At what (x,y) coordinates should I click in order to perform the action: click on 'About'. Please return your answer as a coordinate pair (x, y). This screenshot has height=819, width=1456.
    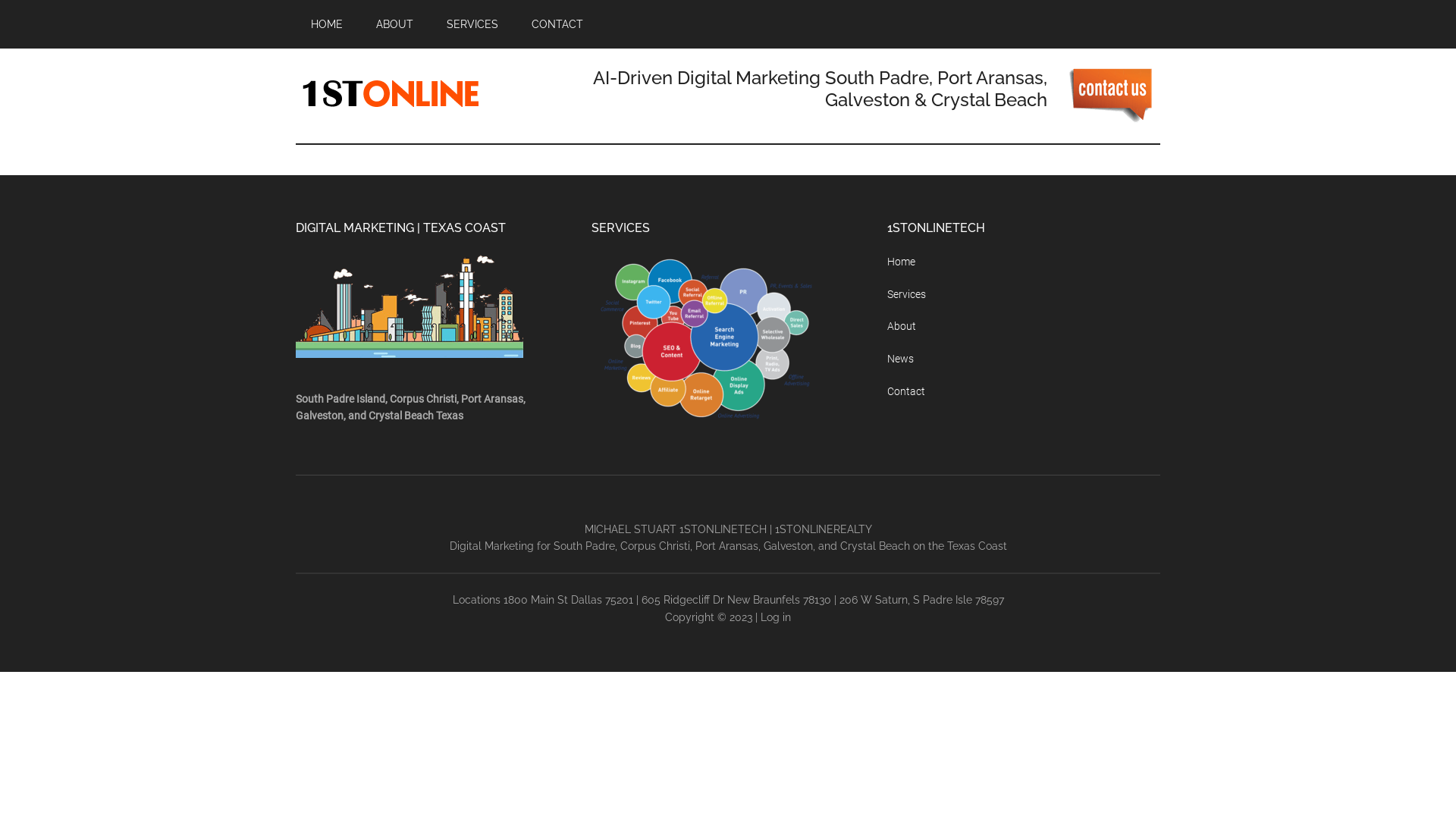
    Looking at the image, I should click on (902, 325).